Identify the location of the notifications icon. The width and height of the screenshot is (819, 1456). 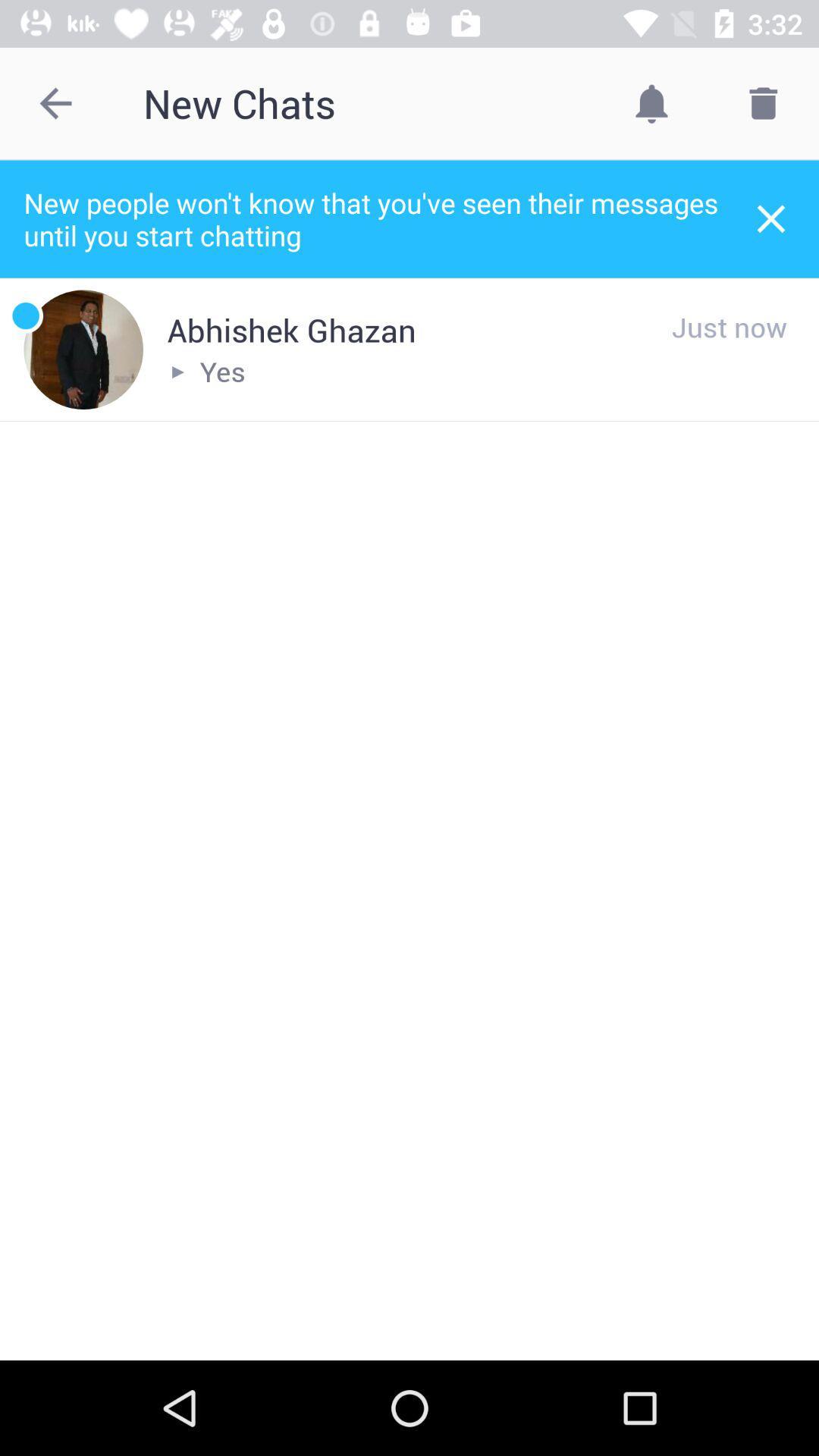
(651, 102).